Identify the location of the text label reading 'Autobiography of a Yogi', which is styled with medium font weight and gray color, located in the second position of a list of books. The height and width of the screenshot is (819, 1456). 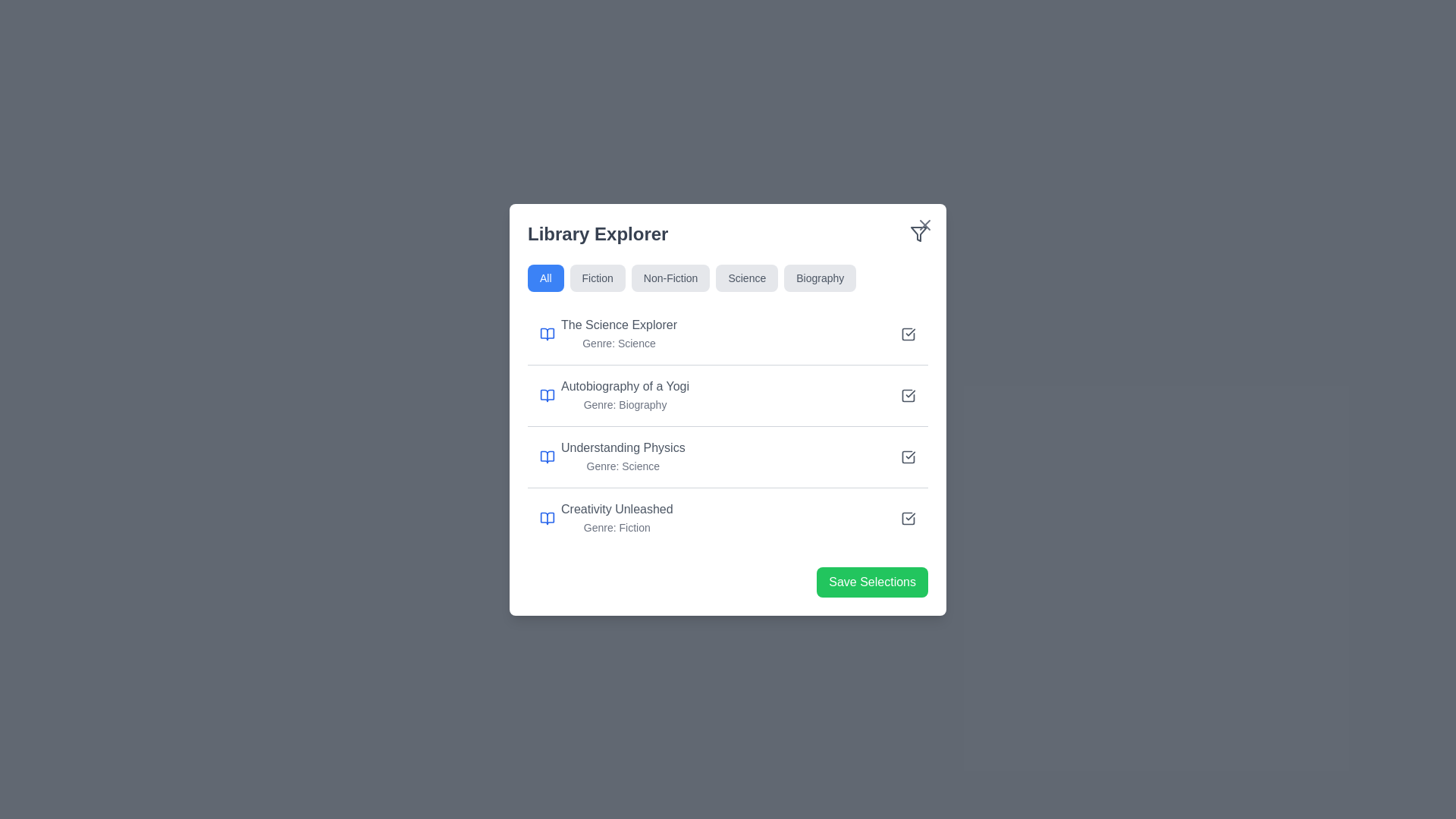
(625, 385).